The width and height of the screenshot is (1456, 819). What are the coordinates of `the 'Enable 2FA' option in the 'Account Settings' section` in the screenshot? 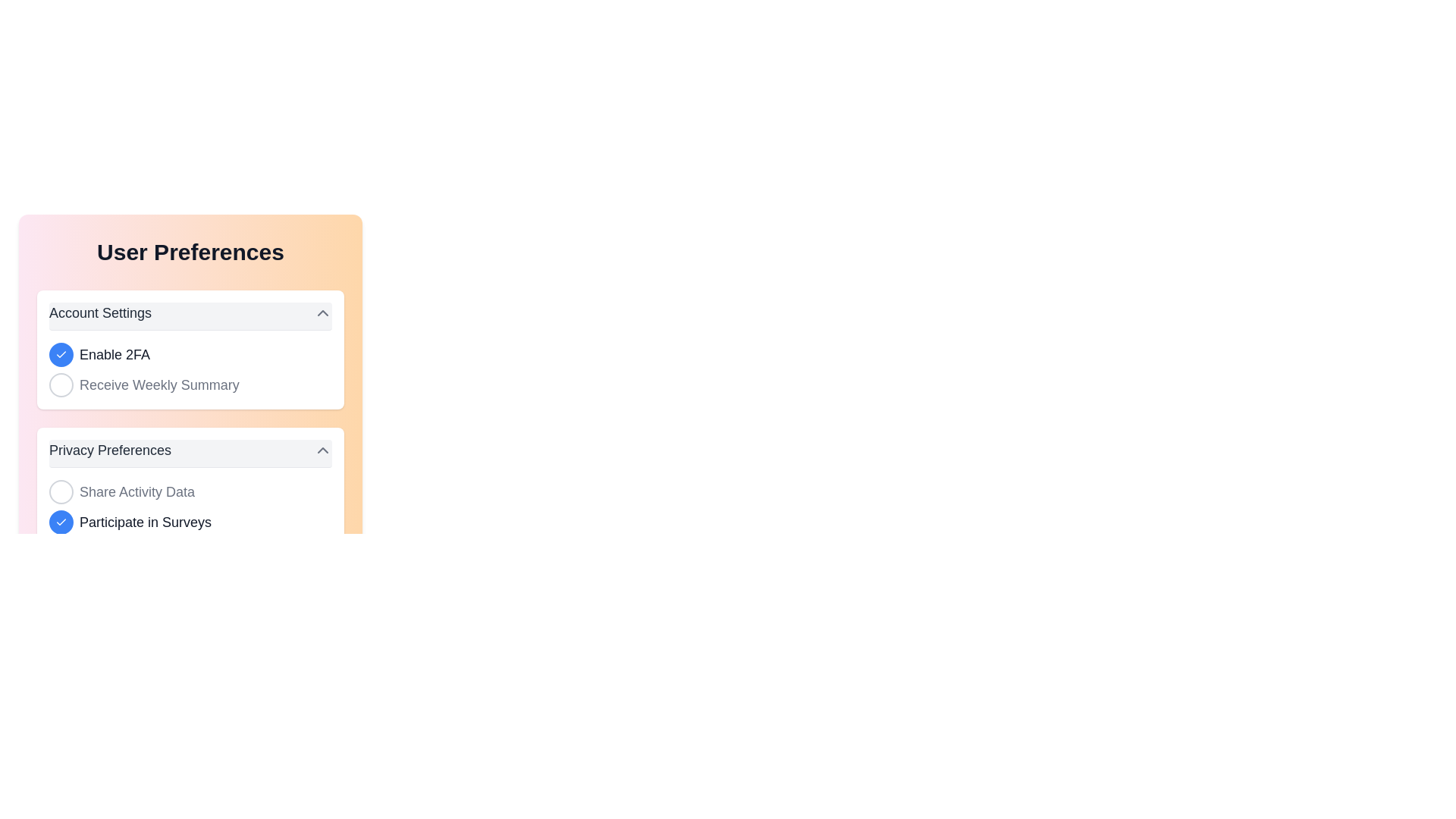 It's located at (190, 370).